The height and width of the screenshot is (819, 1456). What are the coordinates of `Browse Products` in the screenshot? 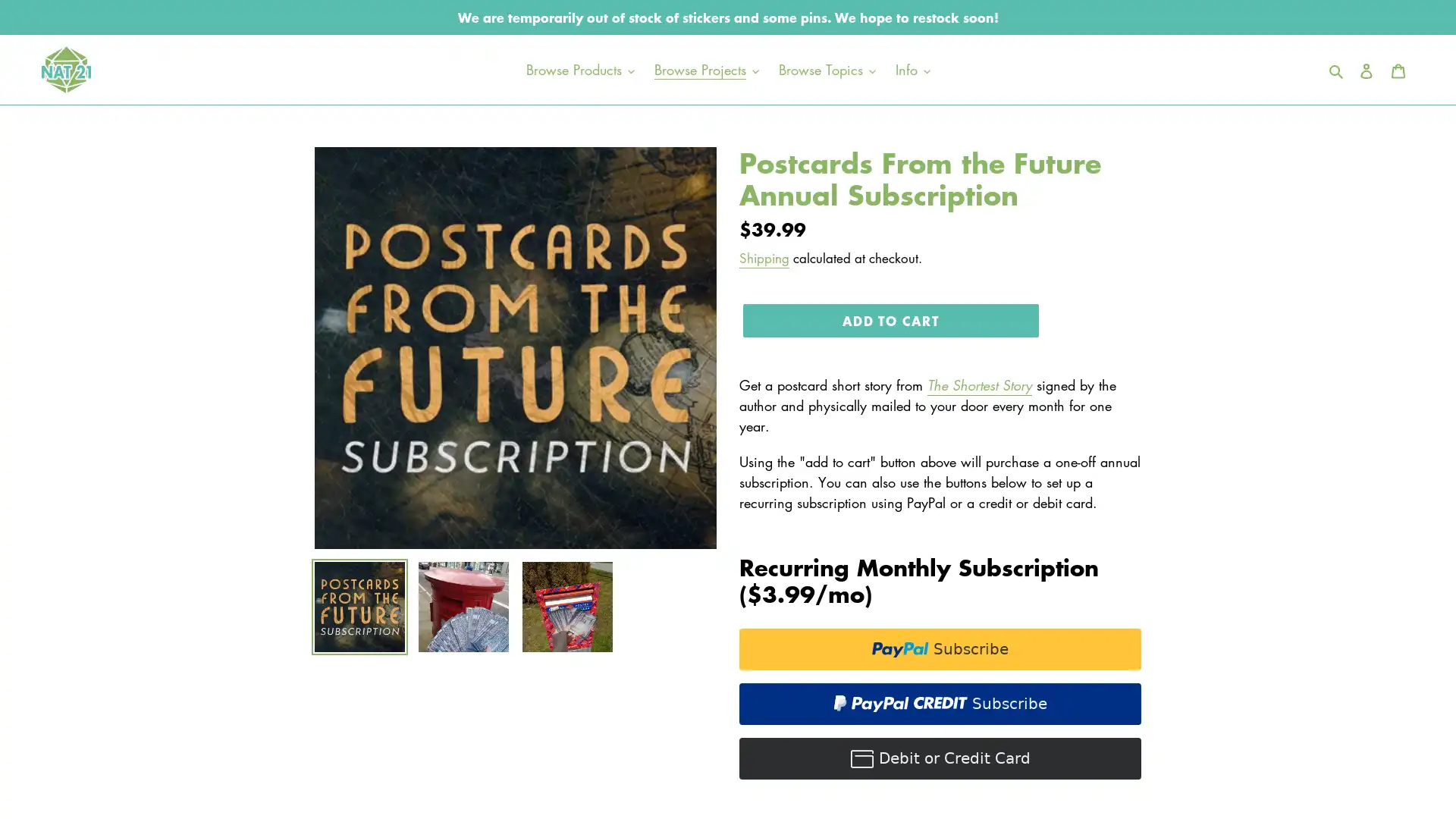 It's located at (579, 69).